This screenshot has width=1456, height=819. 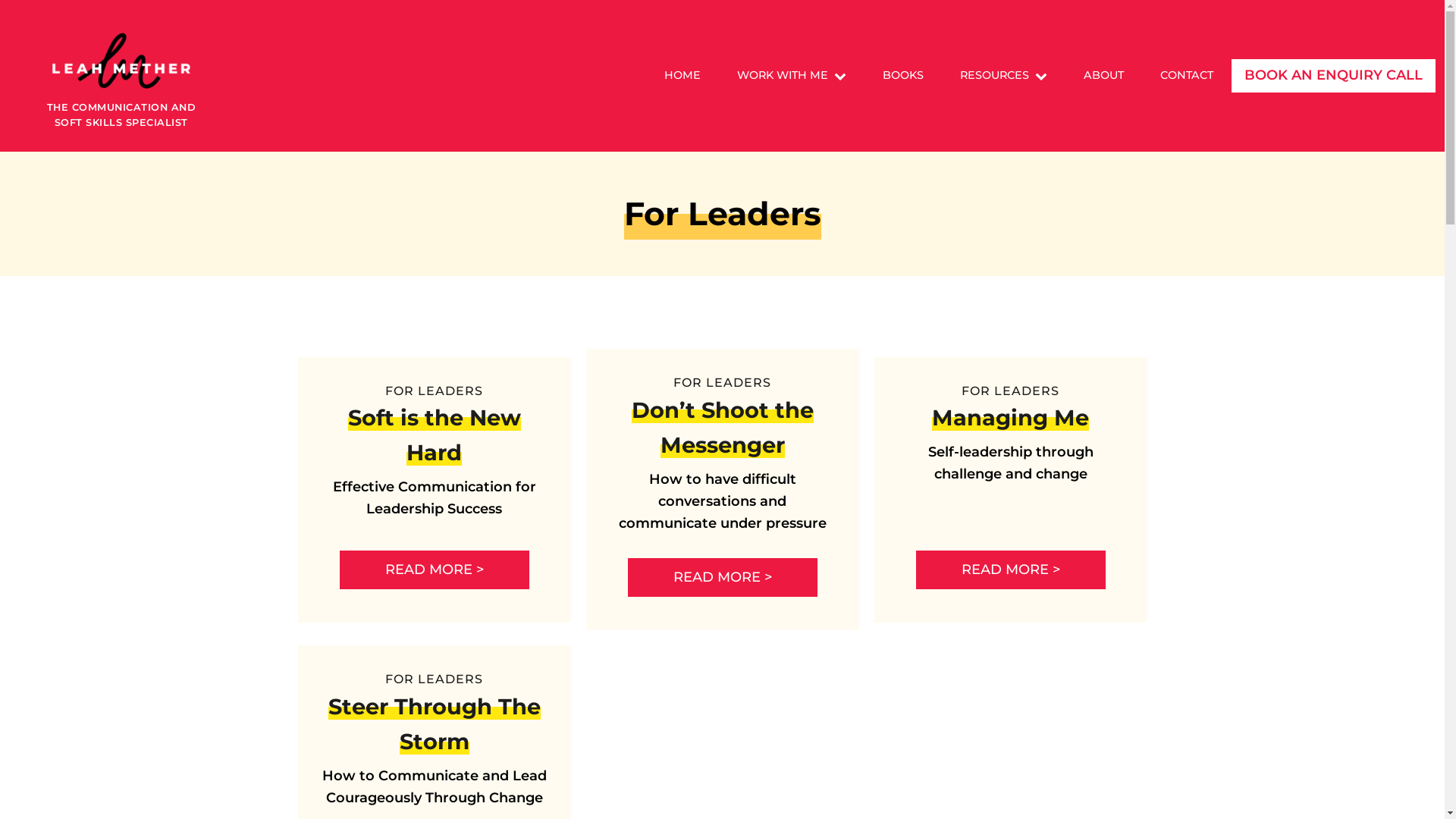 What do you see at coordinates (433, 390) in the screenshot?
I see `'FOR LEADERS'` at bounding box center [433, 390].